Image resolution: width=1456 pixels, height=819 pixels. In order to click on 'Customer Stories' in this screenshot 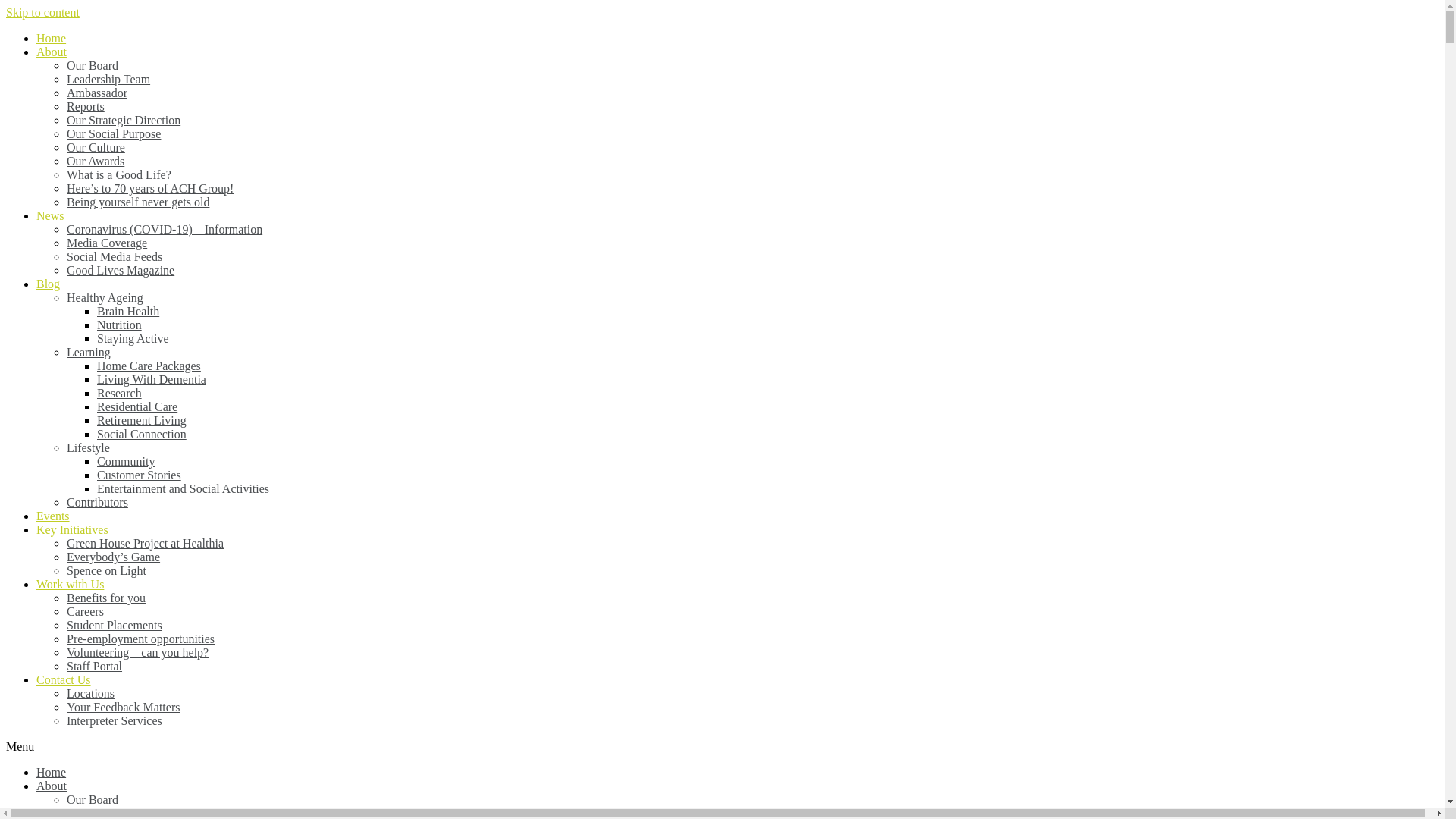, I will do `click(139, 474)`.